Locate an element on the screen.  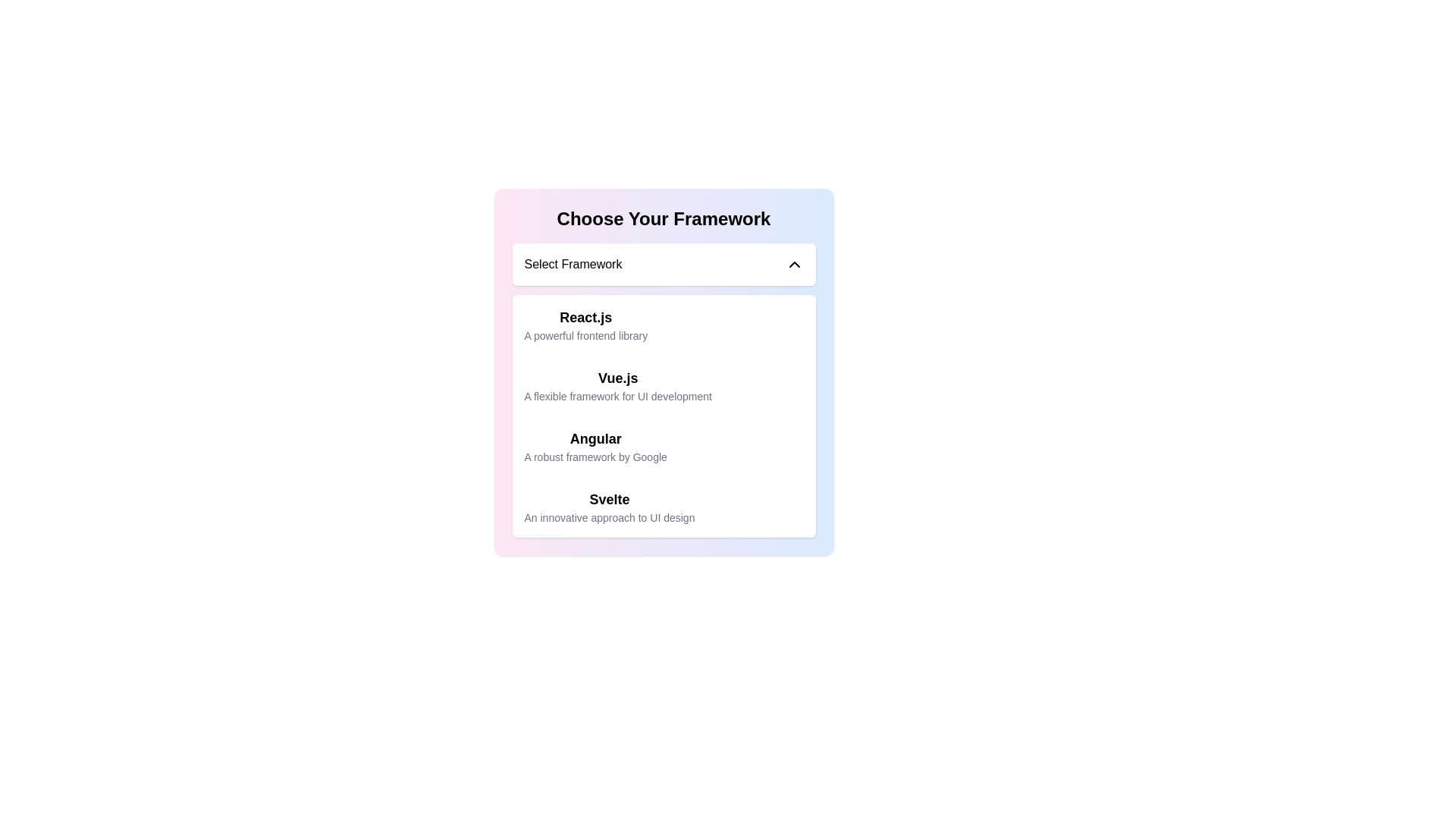
the chevron icon next to the 'Select Framework' button is located at coordinates (793, 263).